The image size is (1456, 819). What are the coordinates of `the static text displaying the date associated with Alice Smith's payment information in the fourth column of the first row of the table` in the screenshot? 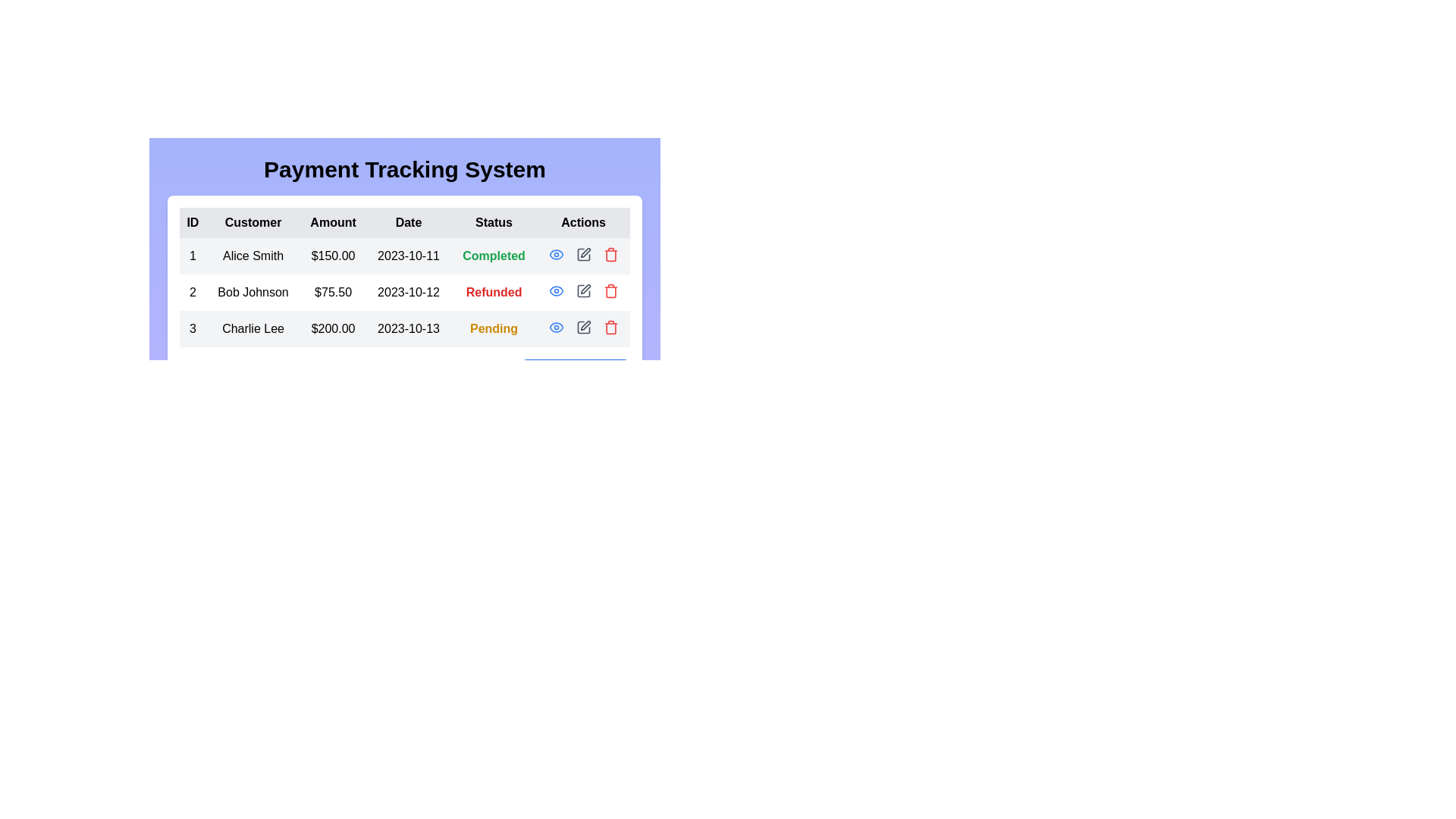 It's located at (408, 256).